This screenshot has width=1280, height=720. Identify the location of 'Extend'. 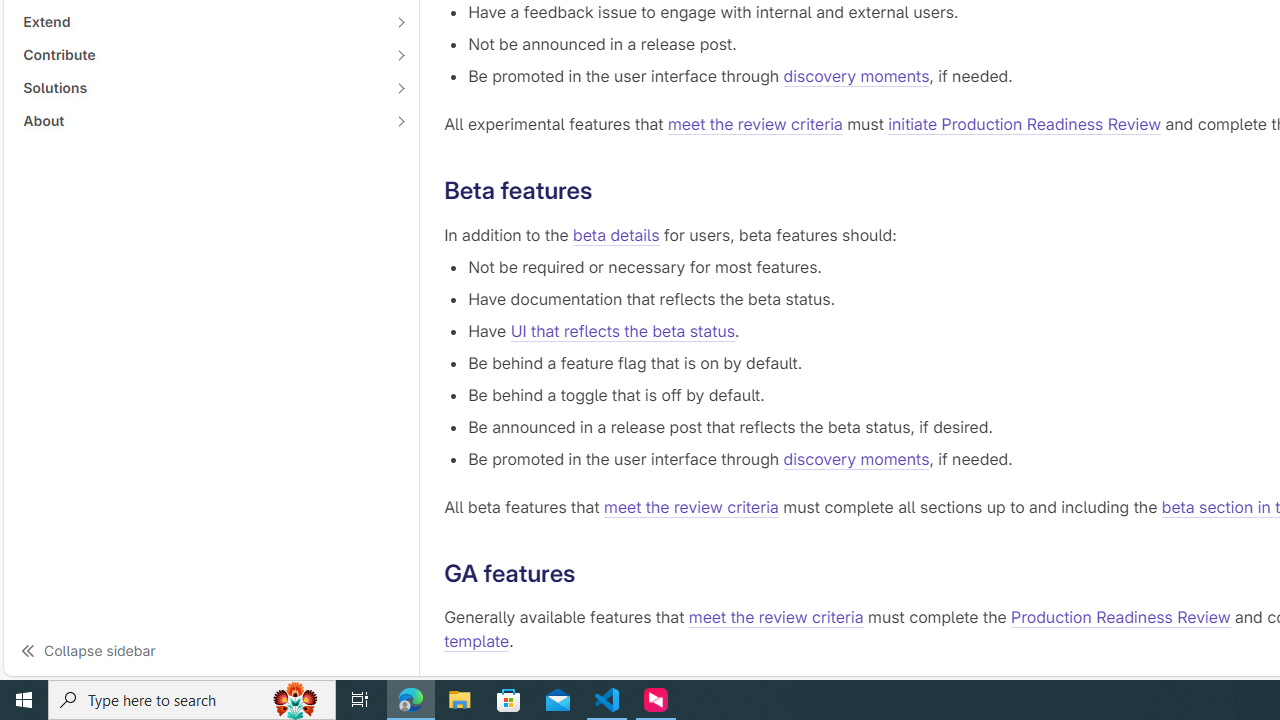
(200, 21).